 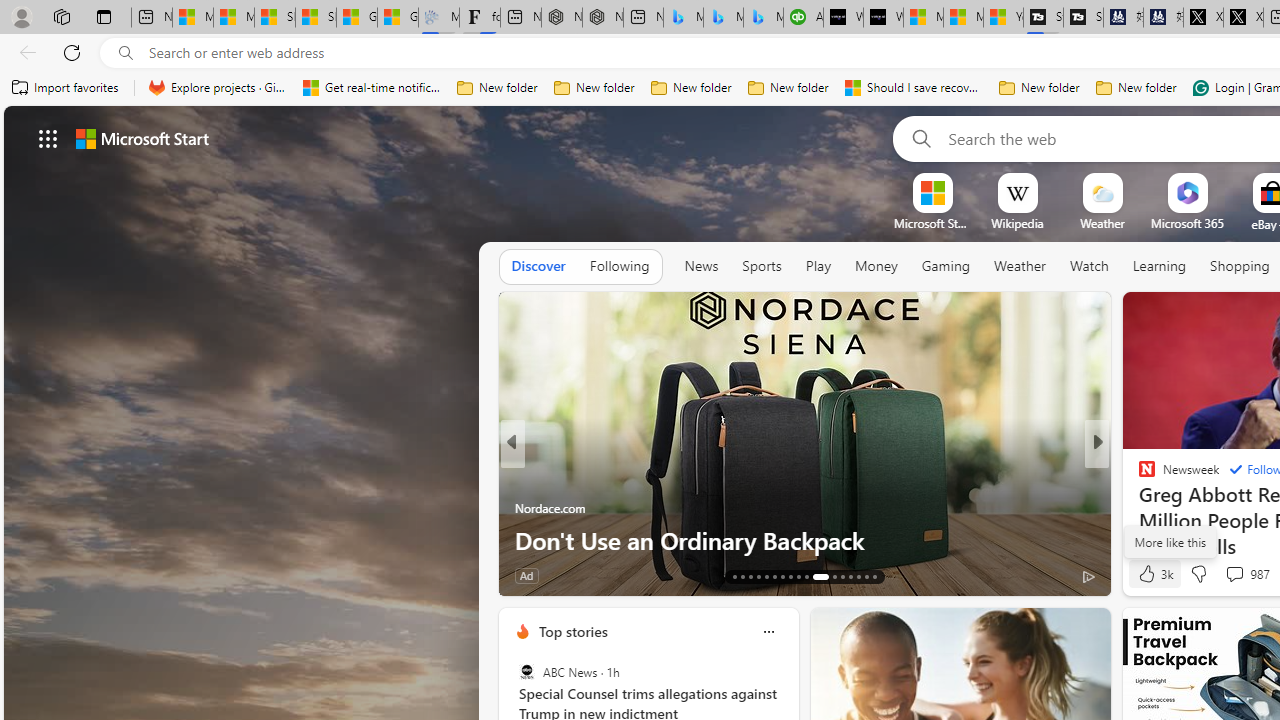 What do you see at coordinates (701, 266) in the screenshot?
I see `'News'` at bounding box center [701, 266].